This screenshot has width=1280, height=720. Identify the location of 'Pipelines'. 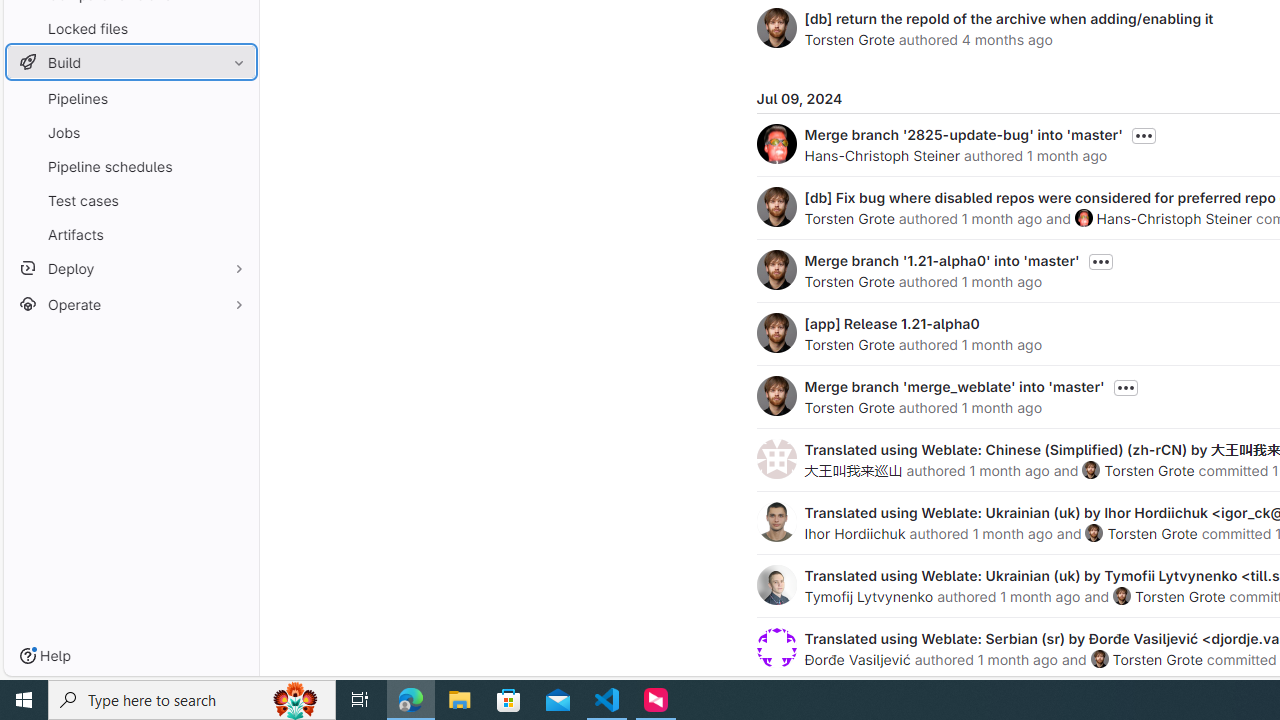
(130, 98).